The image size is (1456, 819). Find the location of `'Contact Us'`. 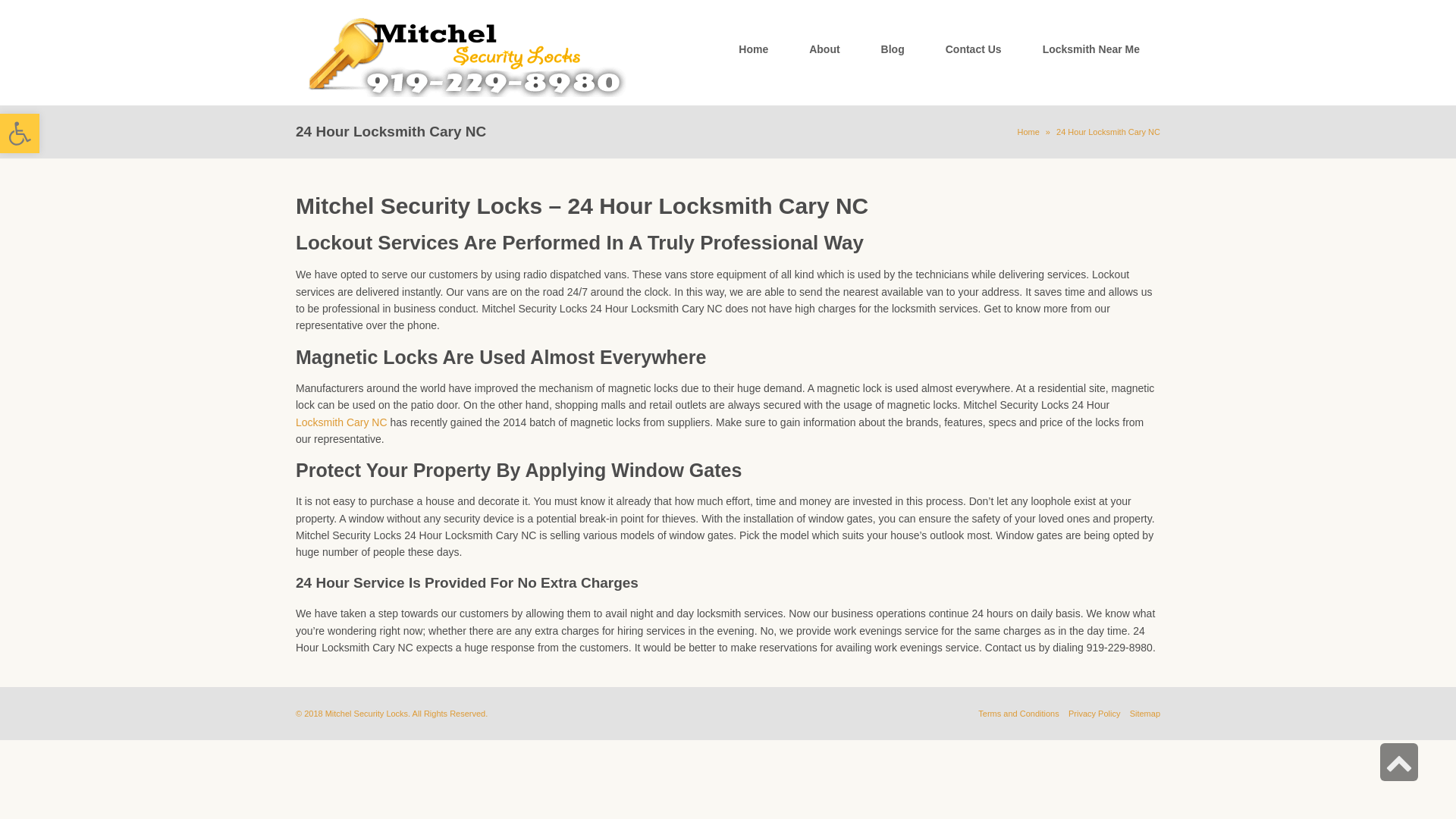

'Contact Us' is located at coordinates (924, 49).